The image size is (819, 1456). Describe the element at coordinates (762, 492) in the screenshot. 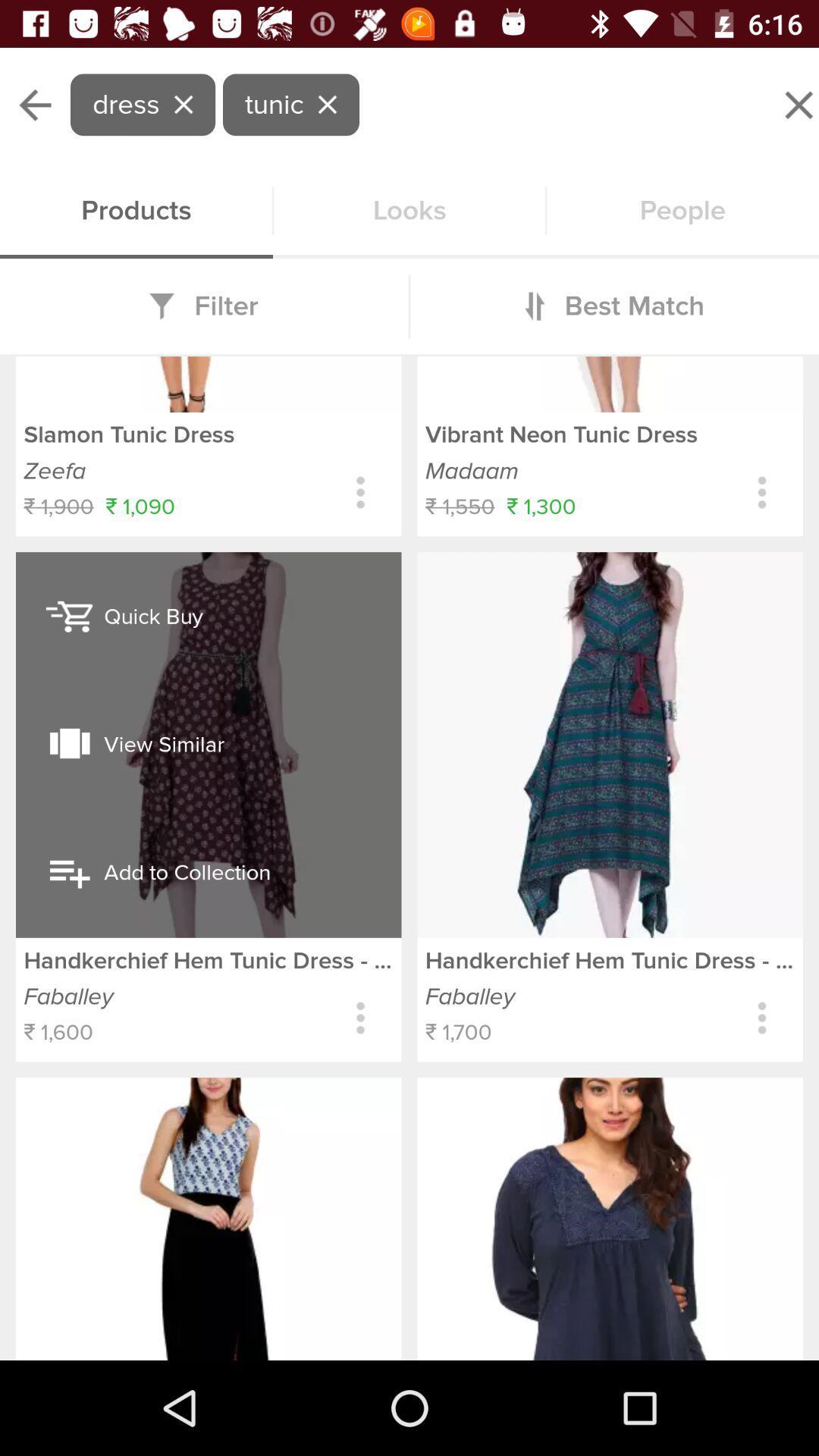

I see `to view the product details` at that location.